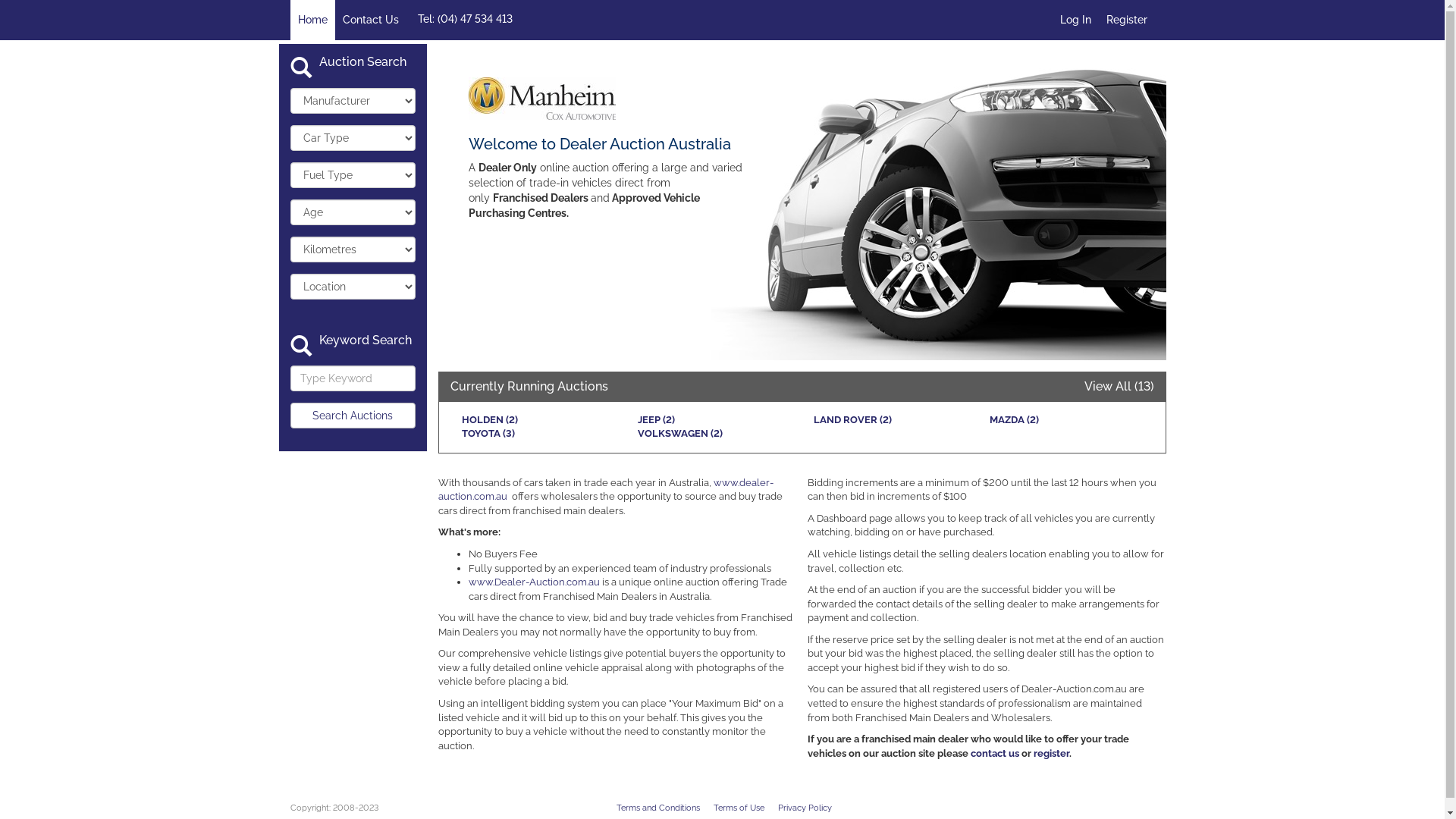 This screenshot has width=1456, height=819. What do you see at coordinates (852, 419) in the screenshot?
I see `'LAND ROVER (2)'` at bounding box center [852, 419].